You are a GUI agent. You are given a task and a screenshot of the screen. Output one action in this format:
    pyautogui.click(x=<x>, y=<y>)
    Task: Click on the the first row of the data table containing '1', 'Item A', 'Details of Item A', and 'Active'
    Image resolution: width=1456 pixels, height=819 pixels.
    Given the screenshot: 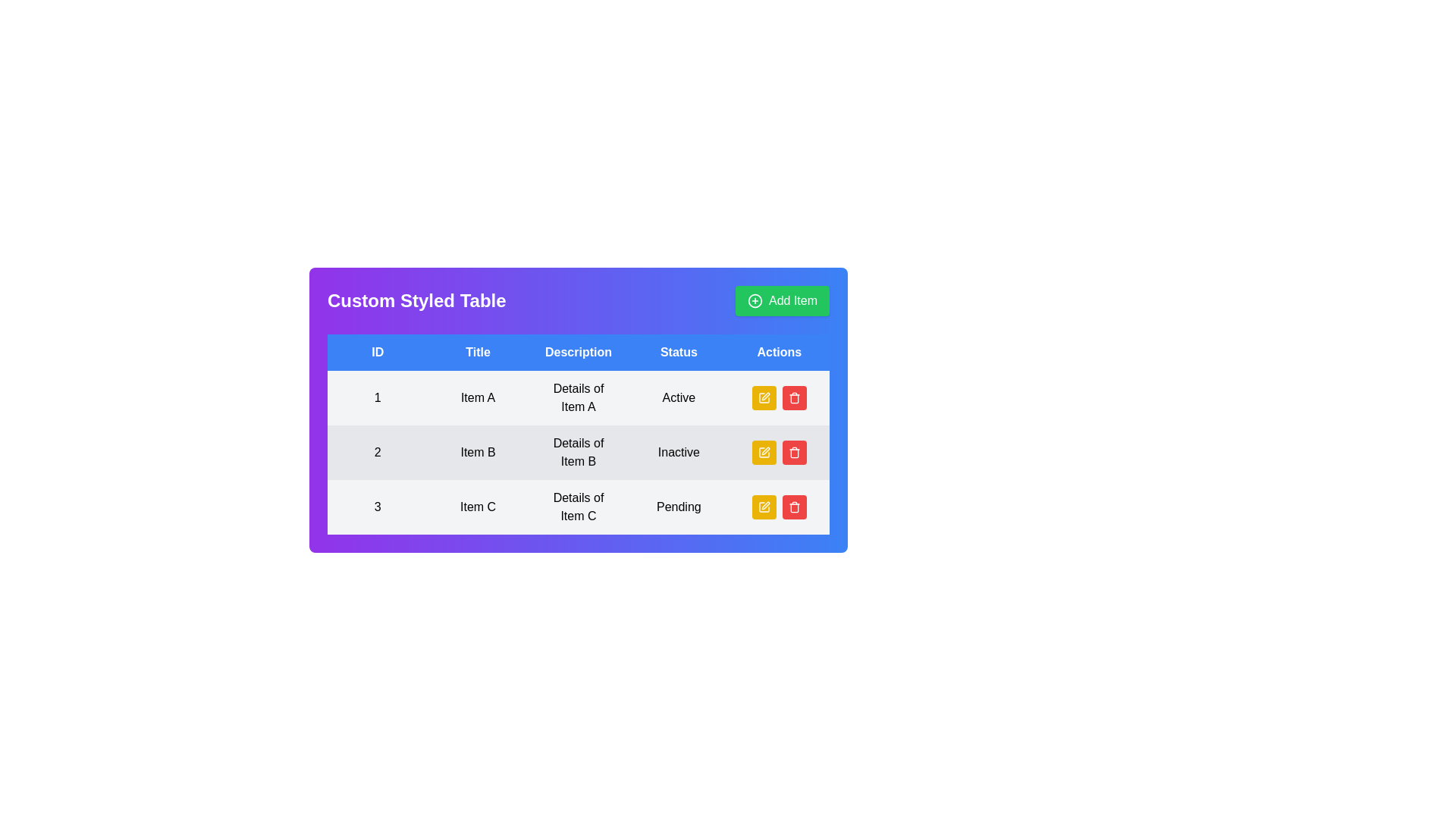 What is the action you would take?
    pyautogui.click(x=578, y=397)
    